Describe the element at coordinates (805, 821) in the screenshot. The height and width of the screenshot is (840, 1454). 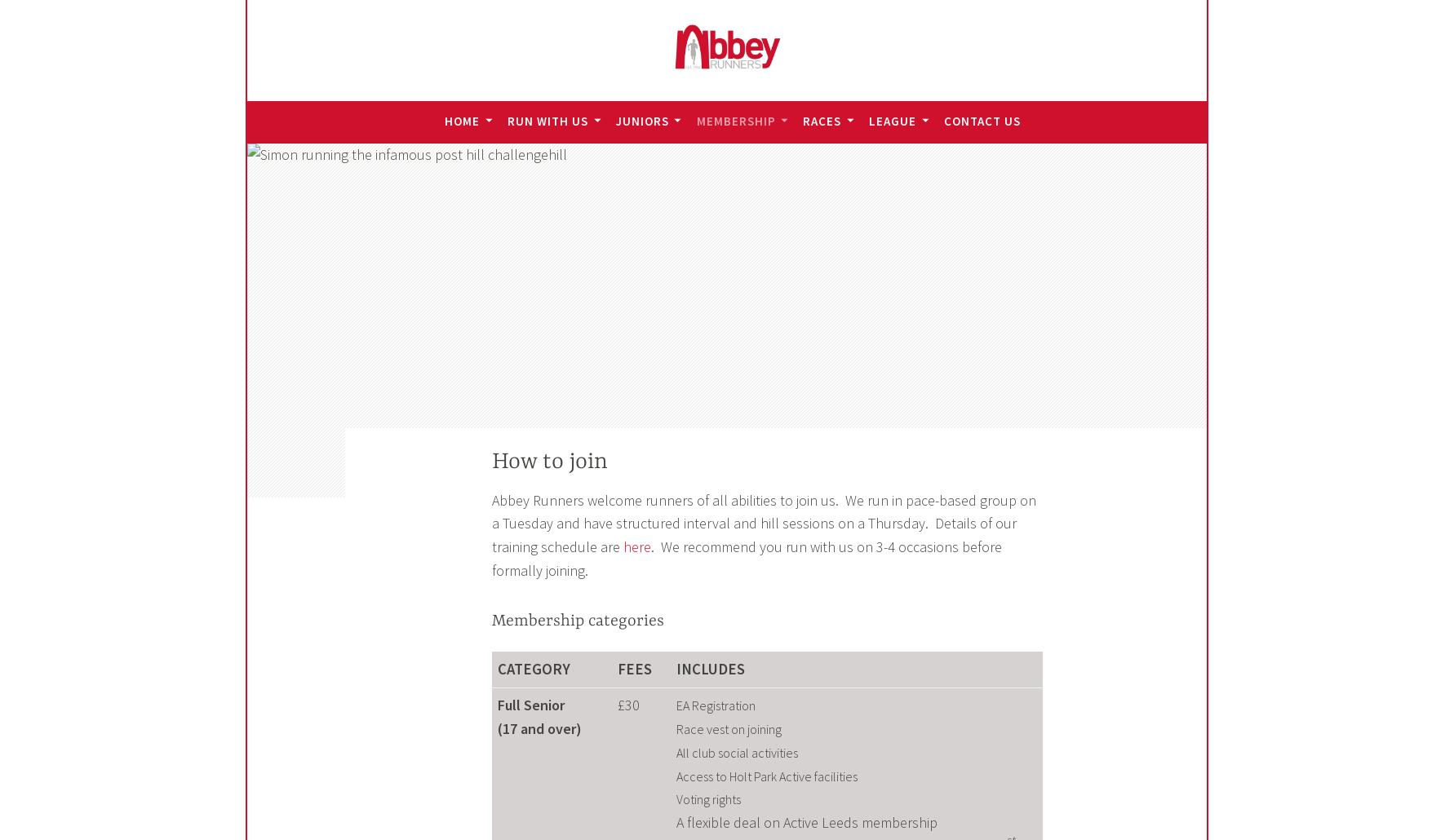
I see `'A flexible deal on Active Leeds membership'` at that location.